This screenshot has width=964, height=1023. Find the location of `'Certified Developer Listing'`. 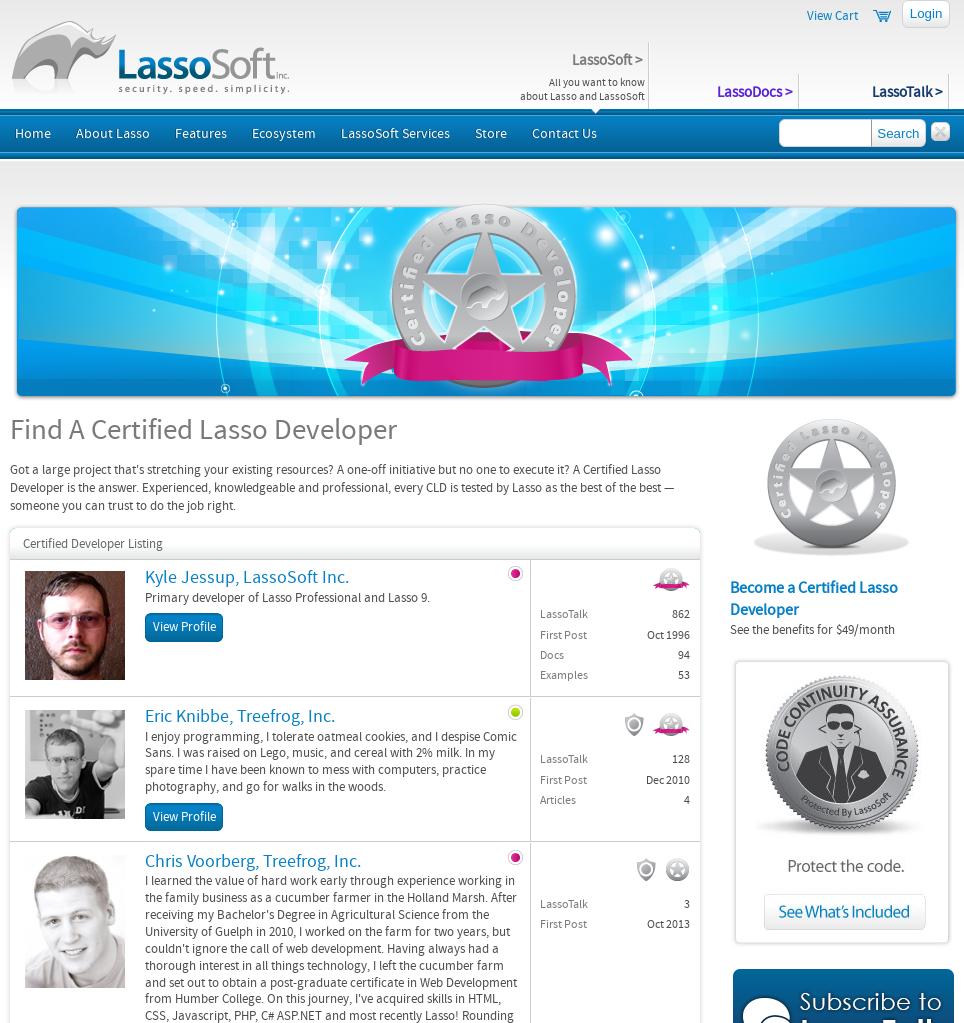

'Certified Developer Listing' is located at coordinates (92, 542).